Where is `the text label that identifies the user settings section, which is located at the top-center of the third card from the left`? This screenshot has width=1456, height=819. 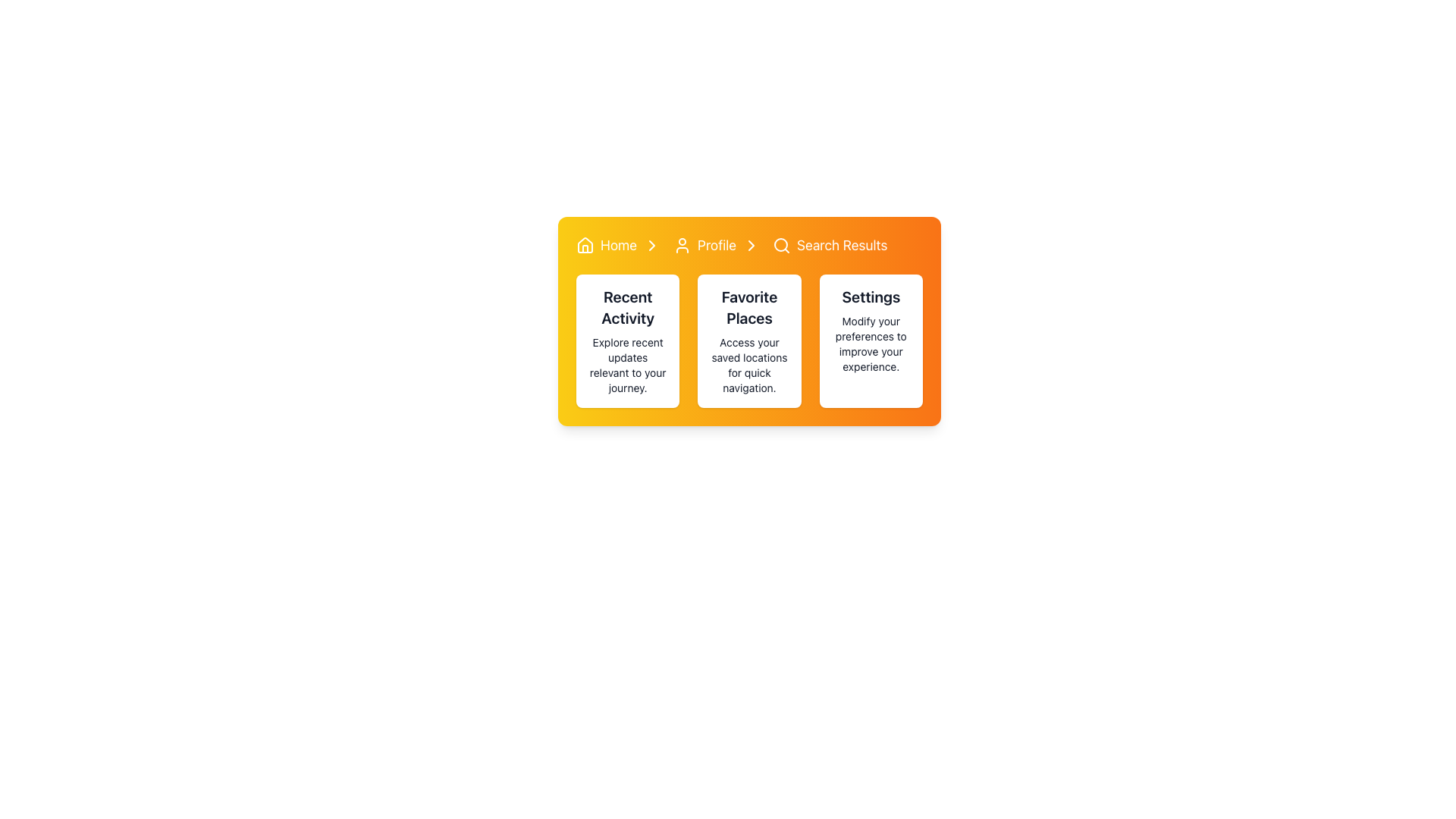
the text label that identifies the user settings section, which is located at the top-center of the third card from the left is located at coordinates (871, 297).